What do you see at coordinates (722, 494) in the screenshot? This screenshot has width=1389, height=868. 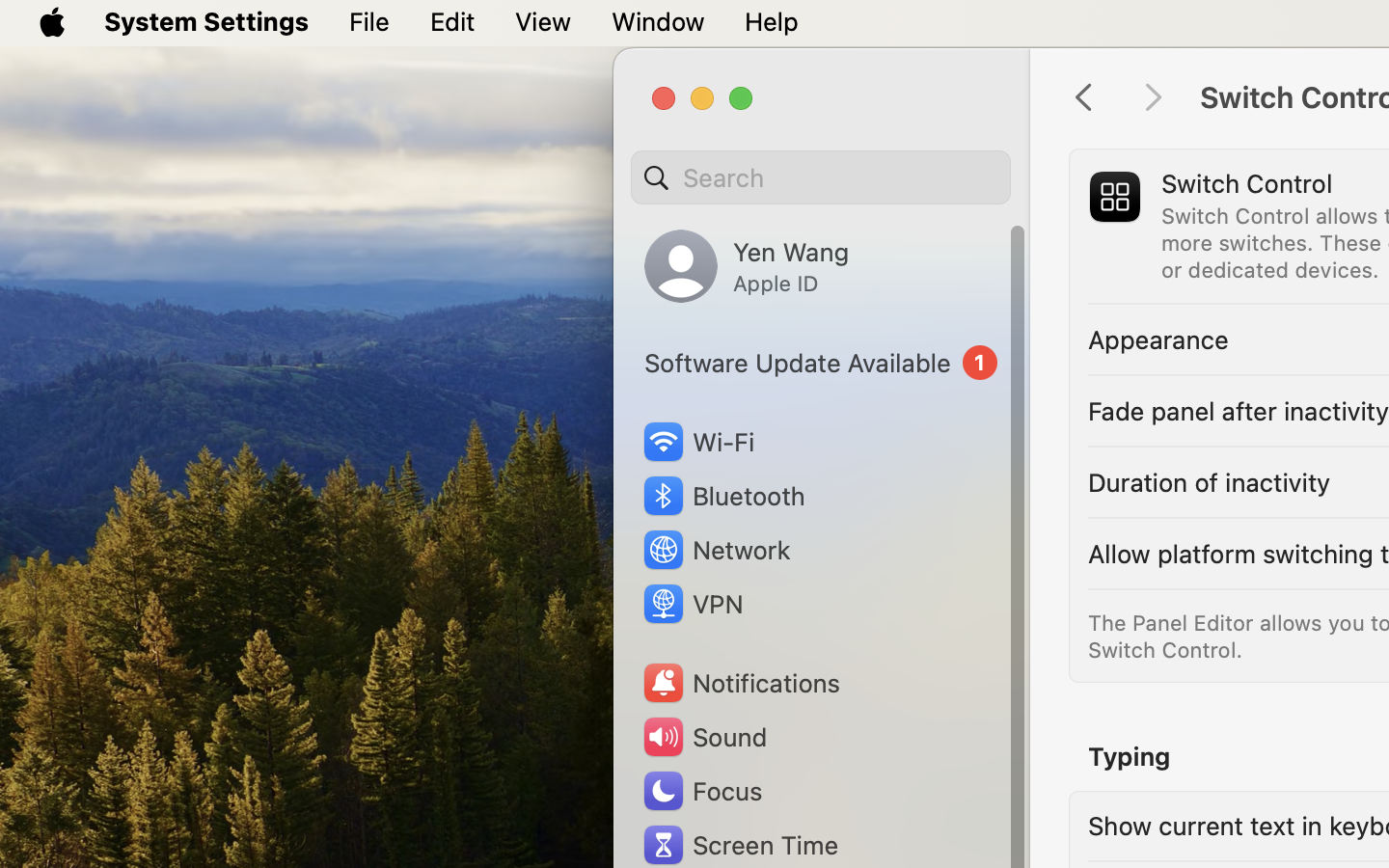 I see `'Bluetooth'` at bounding box center [722, 494].